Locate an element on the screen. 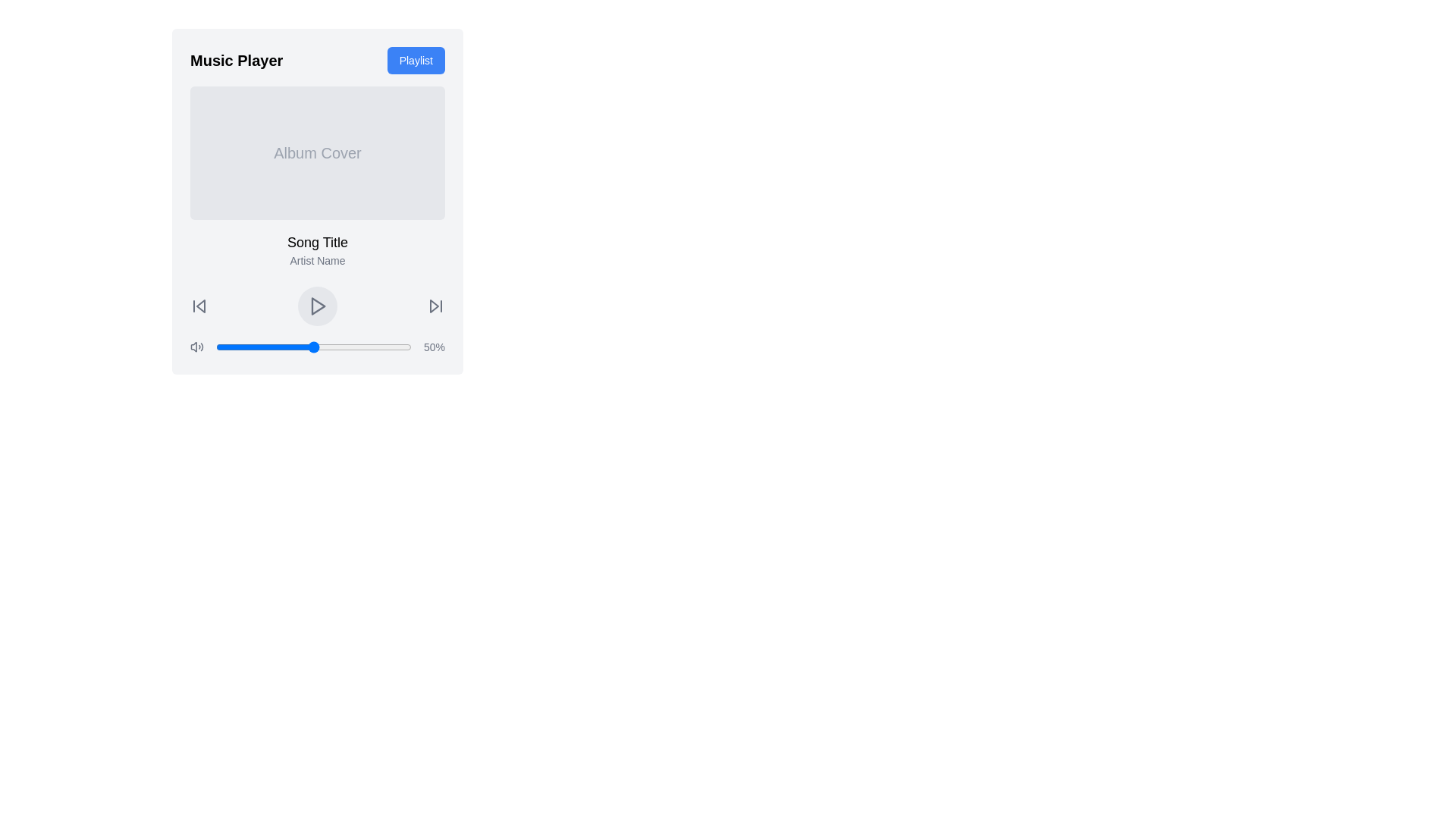 Image resolution: width=1456 pixels, height=819 pixels. the forward skip icon located at the bottom right of the music player interface, adjacent to other audio control symbols is located at coordinates (433, 306).